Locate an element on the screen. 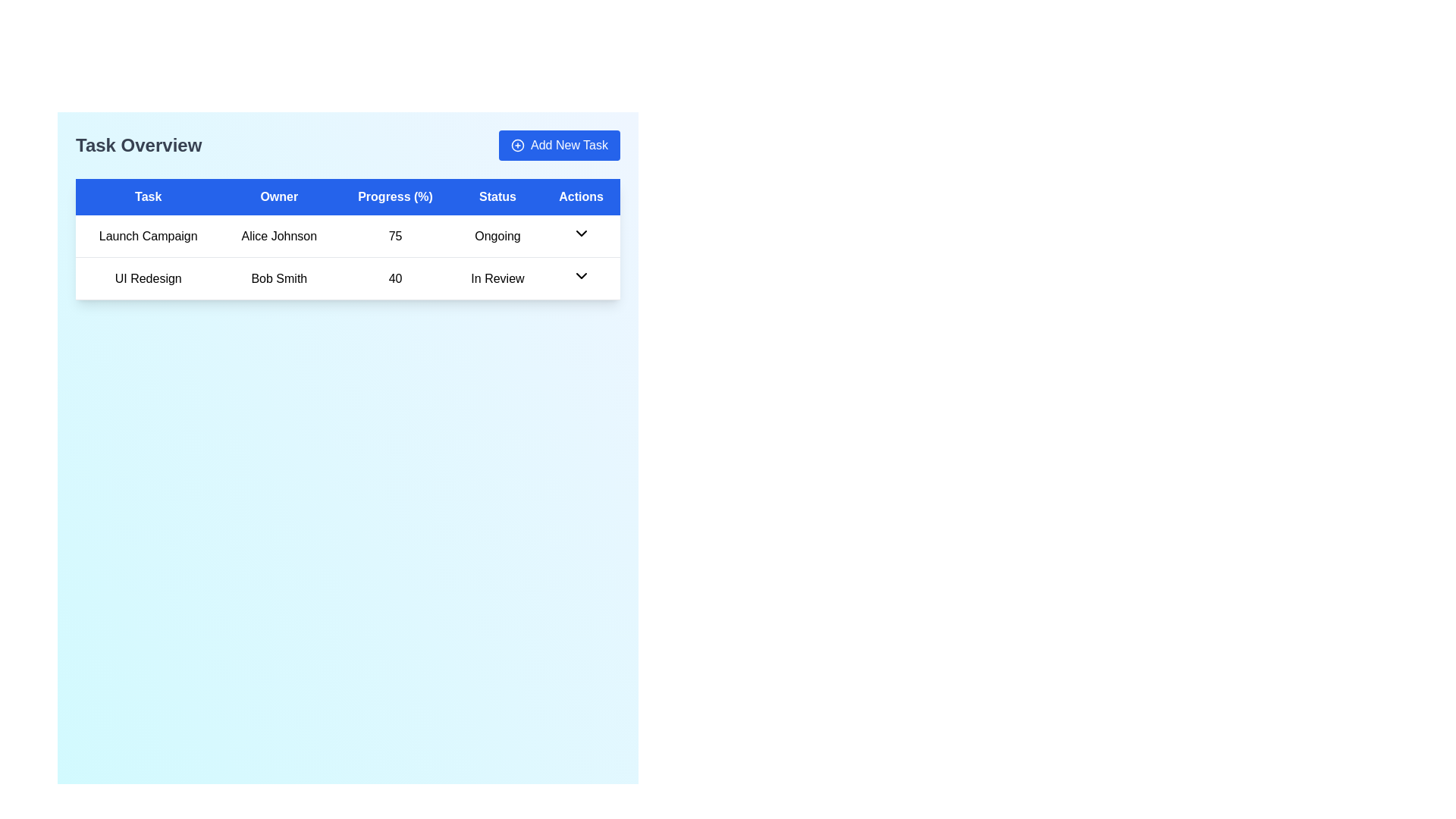  the static text content in the third column of the first row that represents the progress value for the task 'Launch Campaign' is located at coordinates (395, 236).